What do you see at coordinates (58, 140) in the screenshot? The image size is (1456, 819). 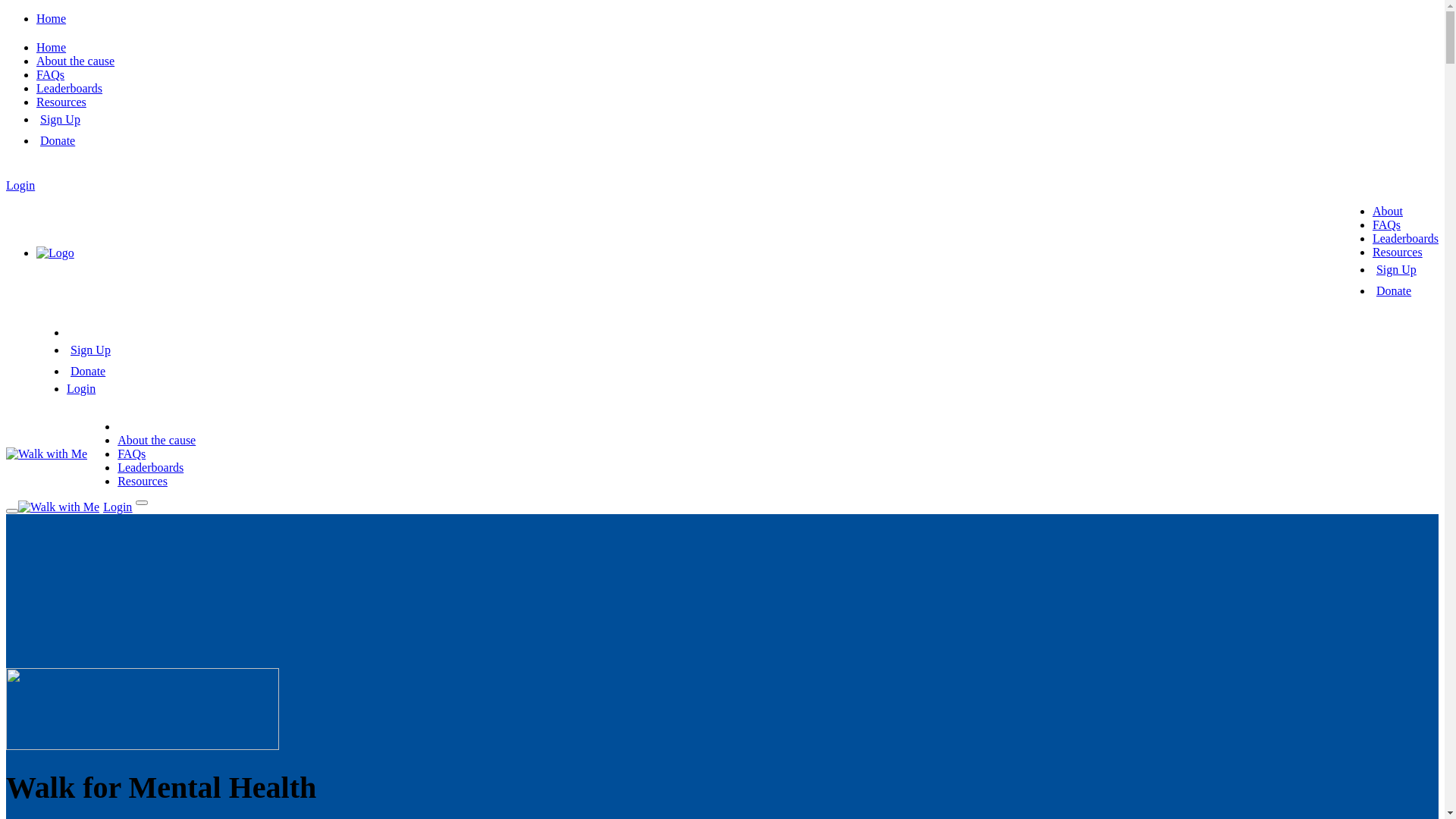 I see `'Donate'` at bounding box center [58, 140].